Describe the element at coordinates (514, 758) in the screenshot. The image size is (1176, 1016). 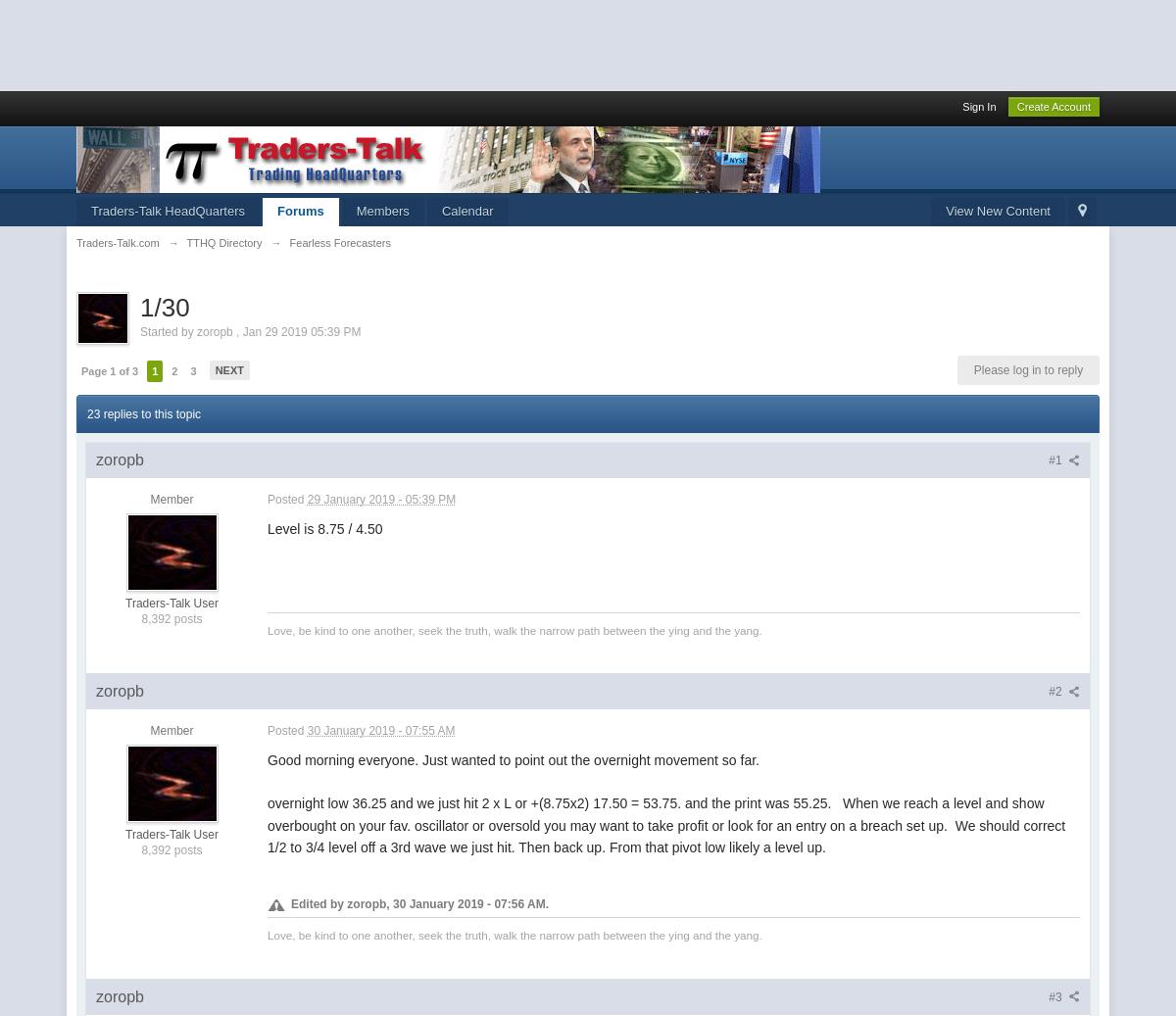
I see `'Good morning everyone. Just wanted to point out the overnight movement so far.'` at that location.